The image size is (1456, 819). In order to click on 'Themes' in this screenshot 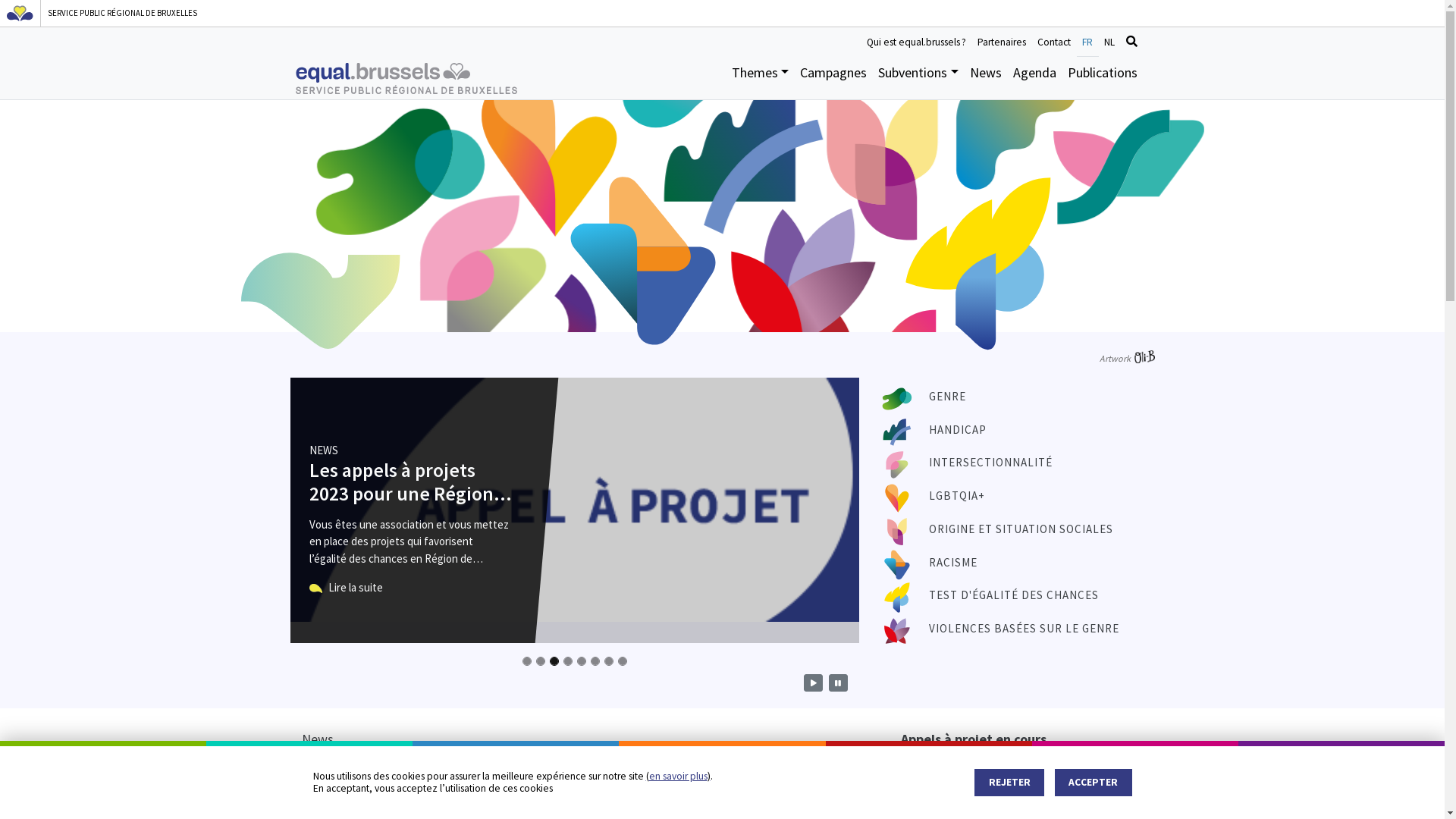, I will do `click(760, 77)`.